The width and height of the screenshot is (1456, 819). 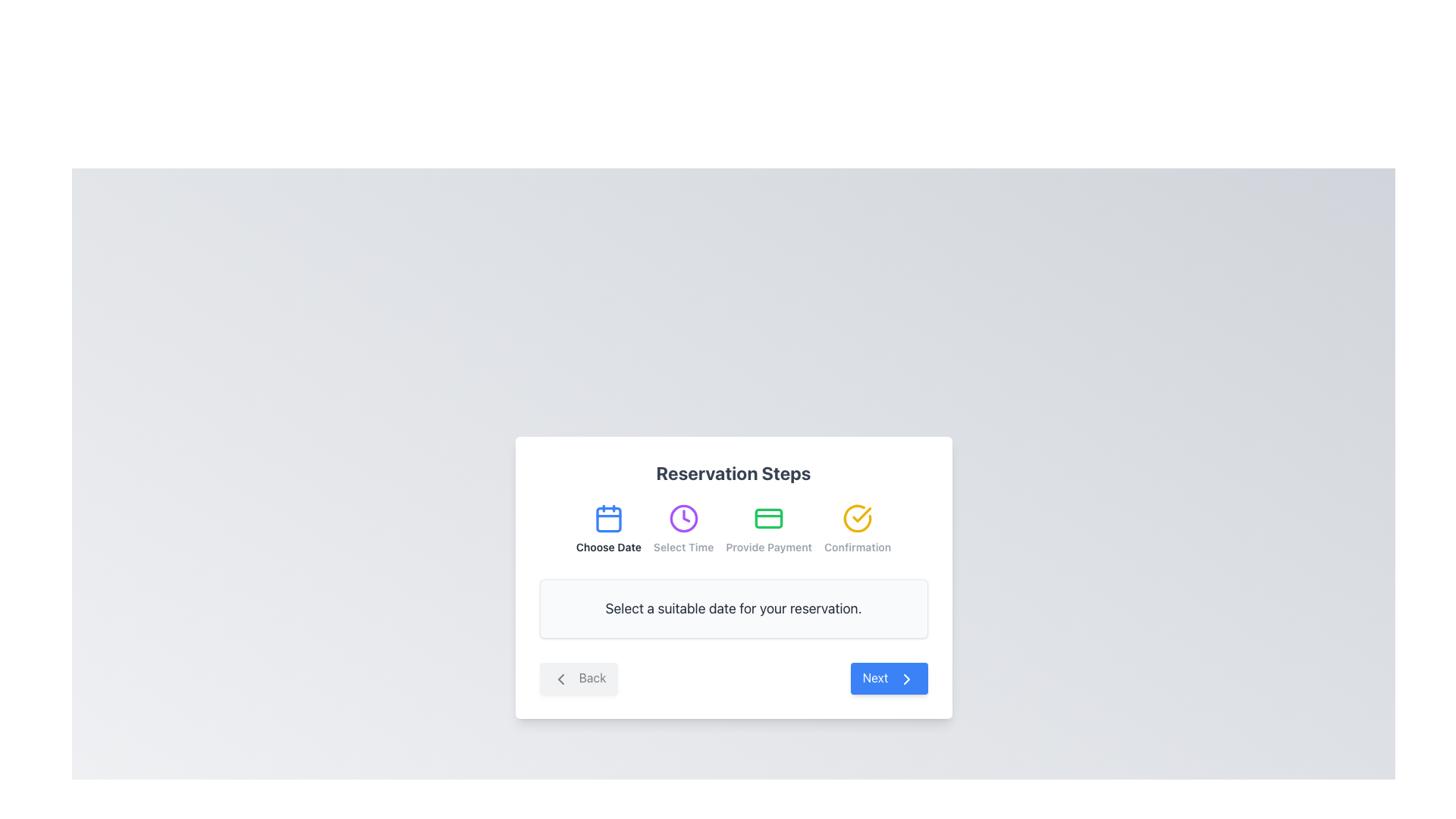 I want to click on the 'Choose Date' icon, which is the leftmost icon in a sequence of four icons above the 'Choose Date' label, indicating the first step in the reservation process, so click(x=608, y=518).